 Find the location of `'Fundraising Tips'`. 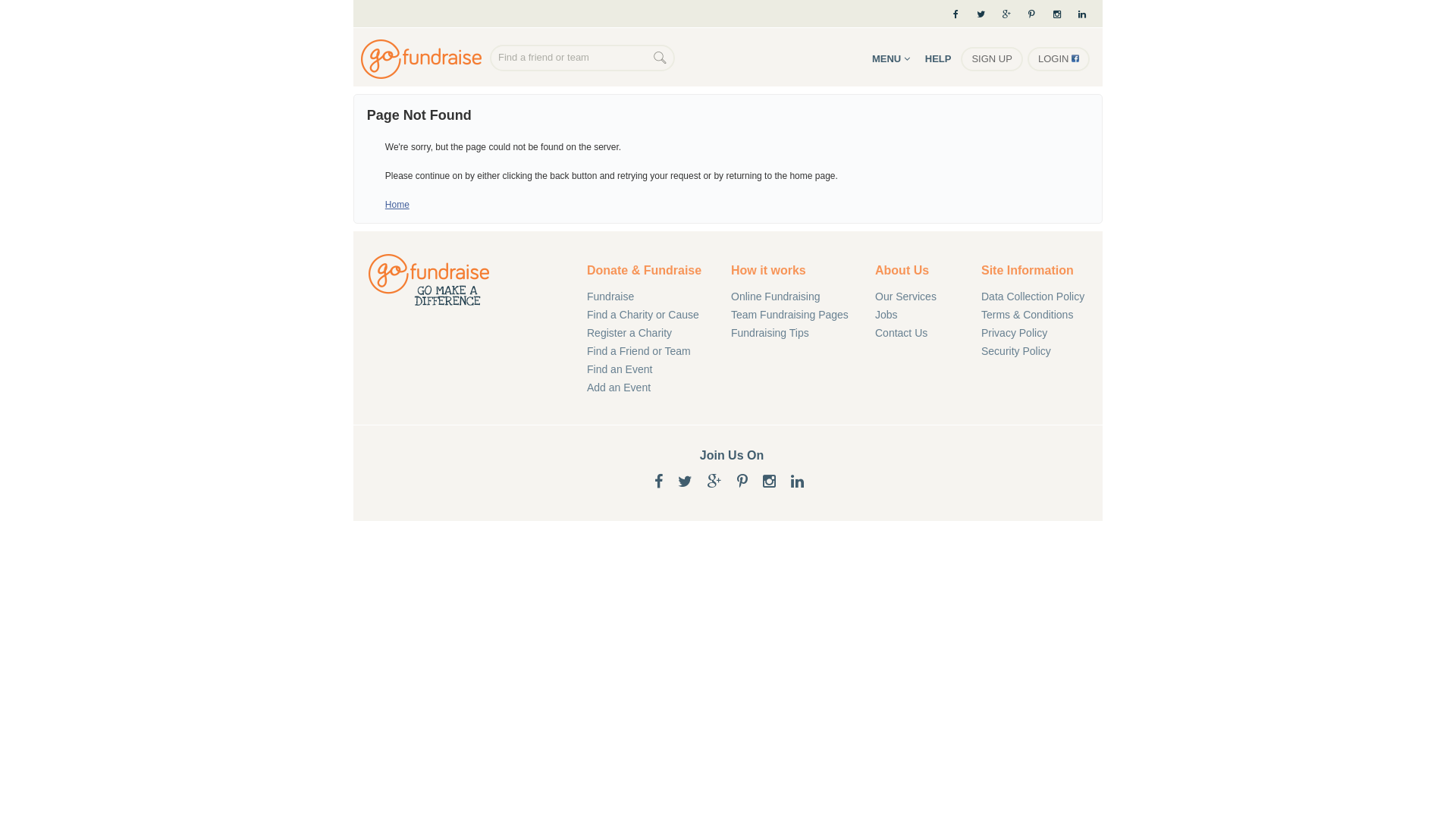

'Fundraising Tips' is located at coordinates (790, 332).